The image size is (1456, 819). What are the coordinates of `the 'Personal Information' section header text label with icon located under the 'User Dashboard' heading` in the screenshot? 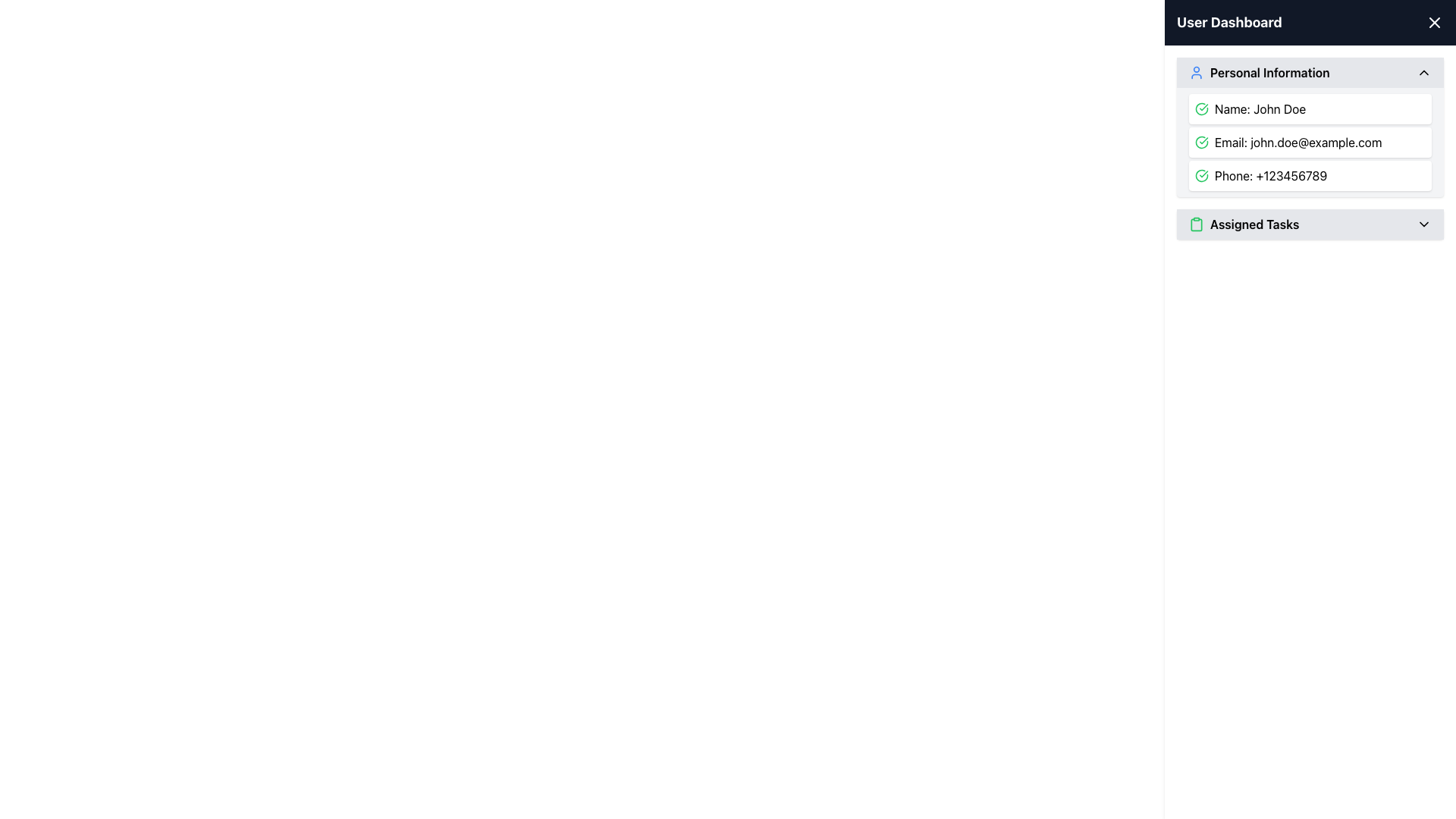 It's located at (1259, 73).